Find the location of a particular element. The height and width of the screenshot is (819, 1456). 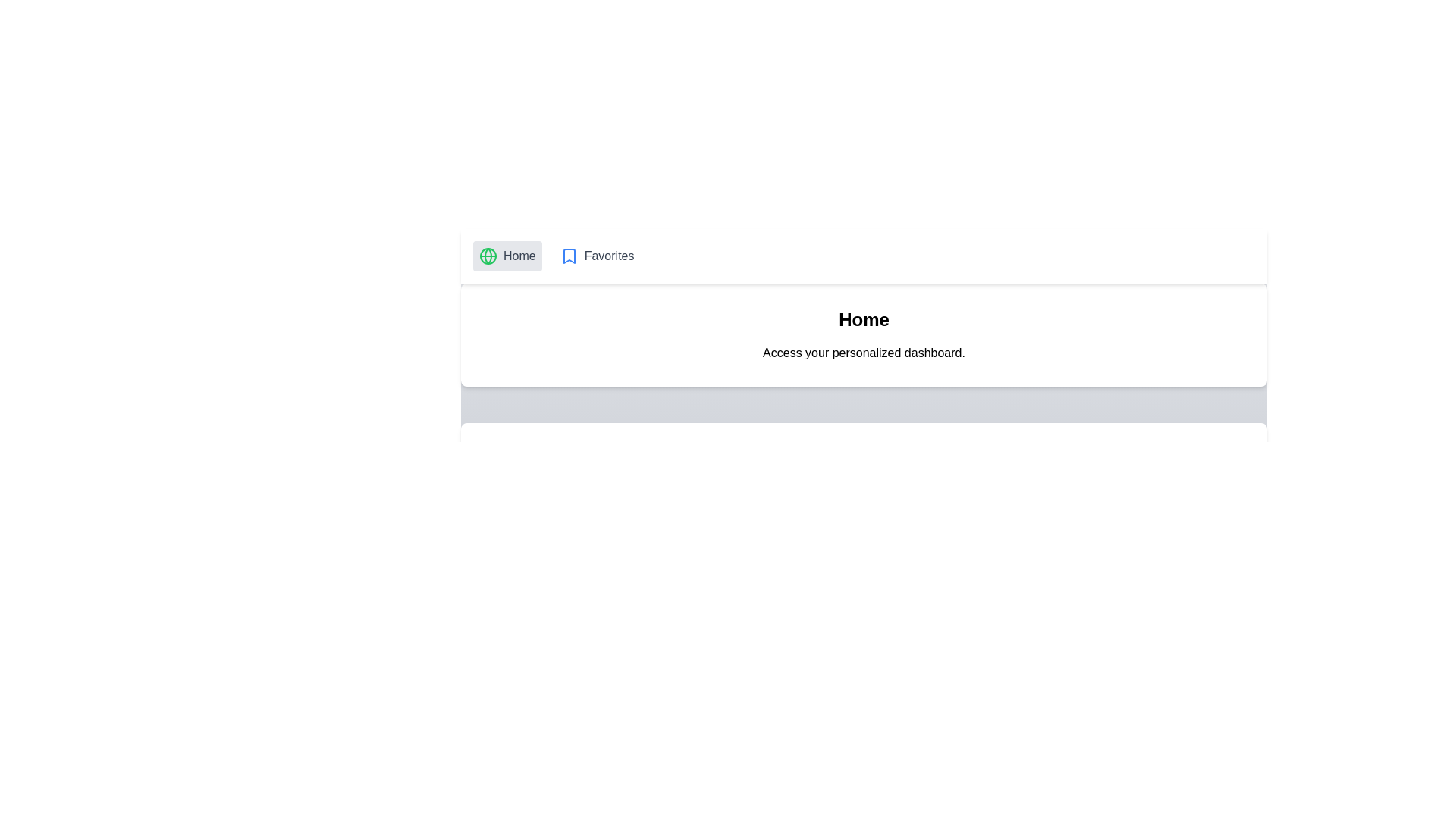

the second clickable list item labeled 'Favorites', which is styled with a blue bookmark icon and is located immediately to the right of the 'Home' item in the navigation bar is located at coordinates (596, 256).